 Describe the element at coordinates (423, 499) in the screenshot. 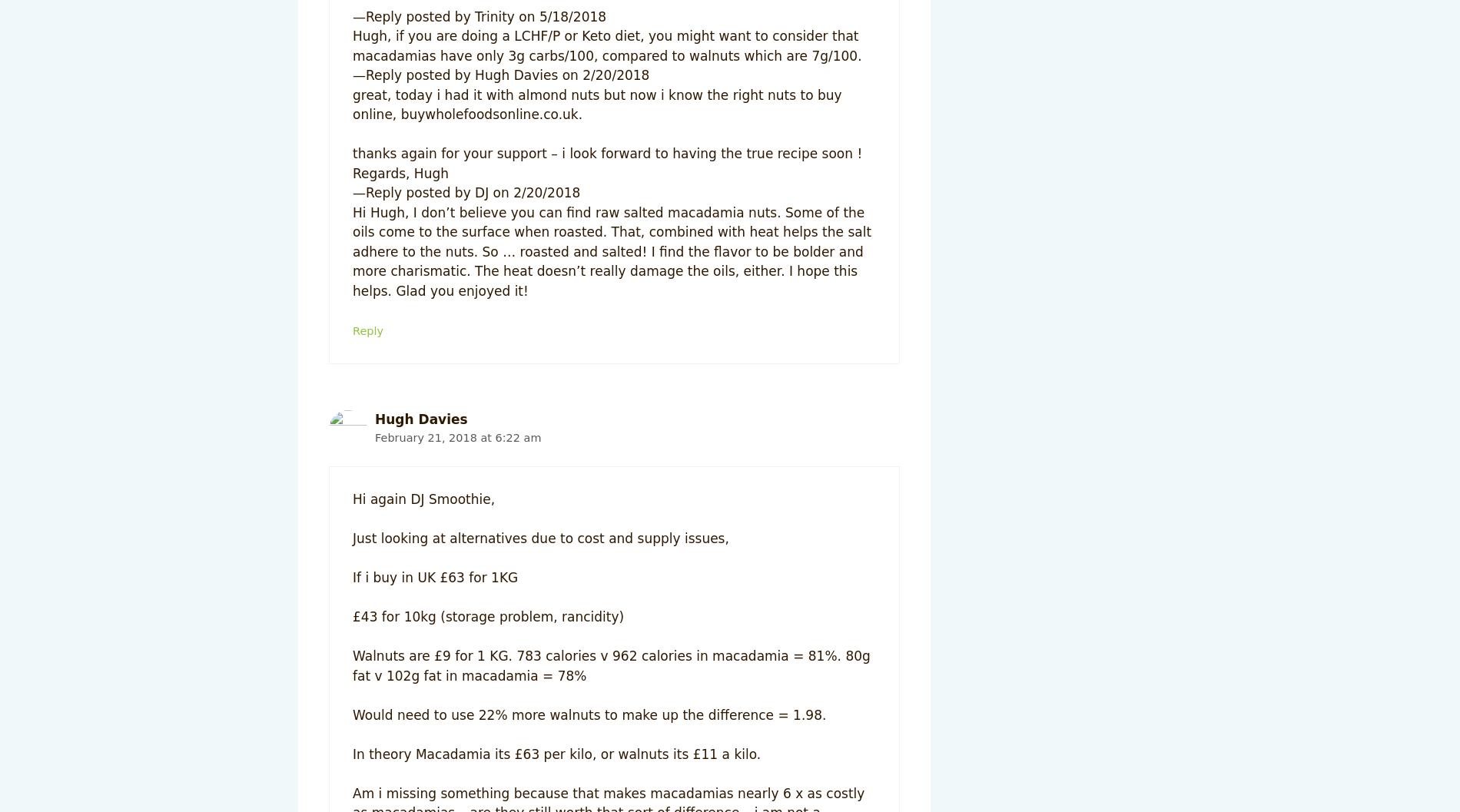

I see `'Hi again DJ Smoothie,'` at that location.